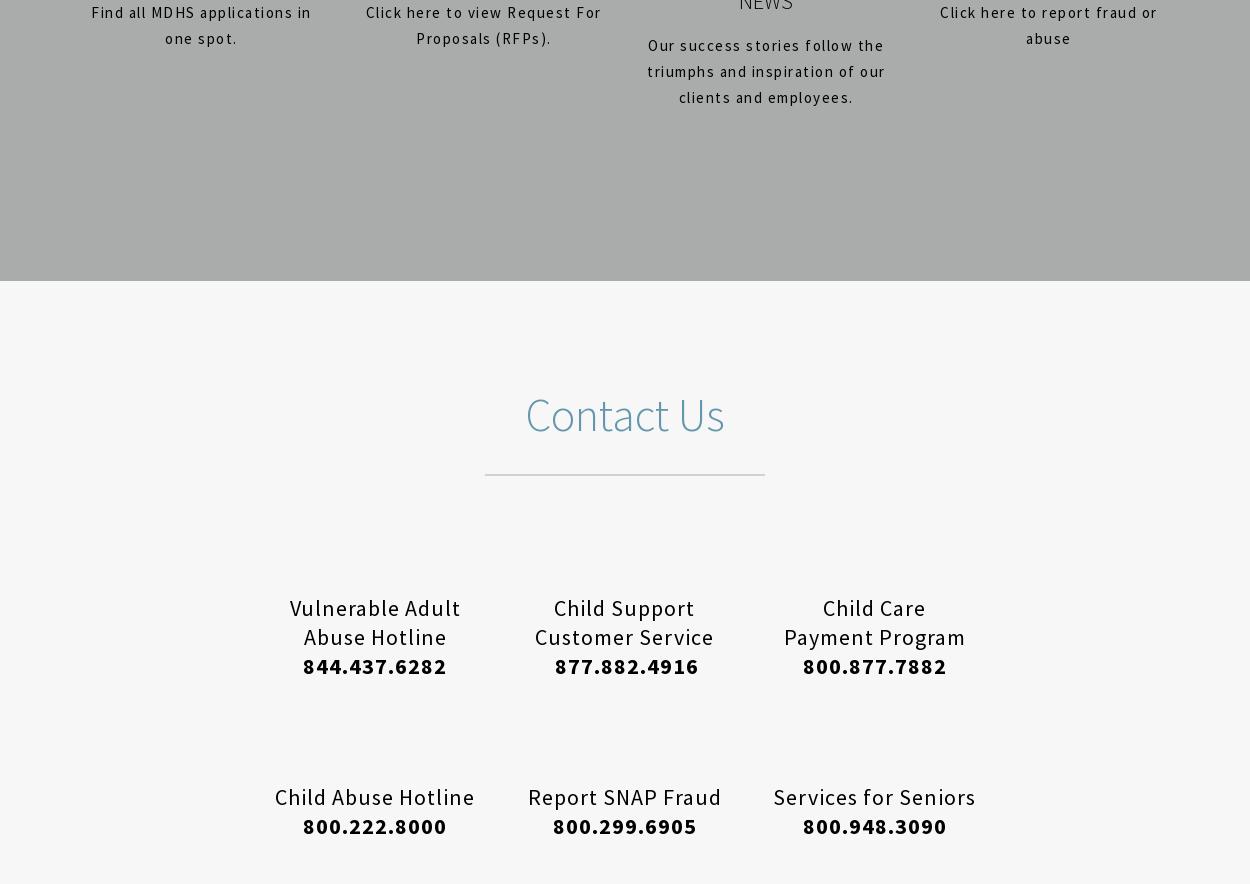 The image size is (1250, 884). Describe the element at coordinates (373, 607) in the screenshot. I see `'Vulnerable Adult'` at that location.